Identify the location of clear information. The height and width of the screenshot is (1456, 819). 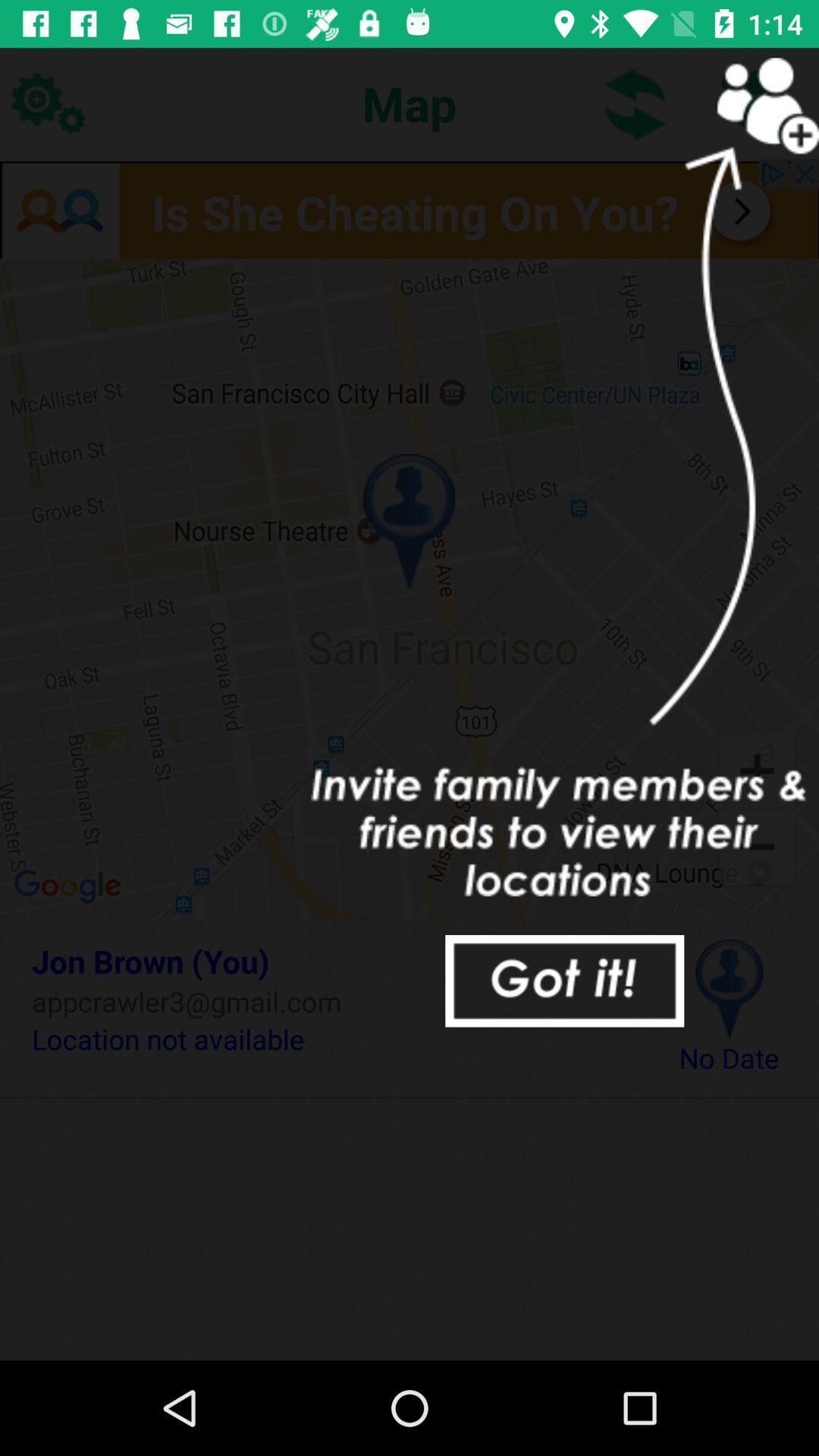
(564, 981).